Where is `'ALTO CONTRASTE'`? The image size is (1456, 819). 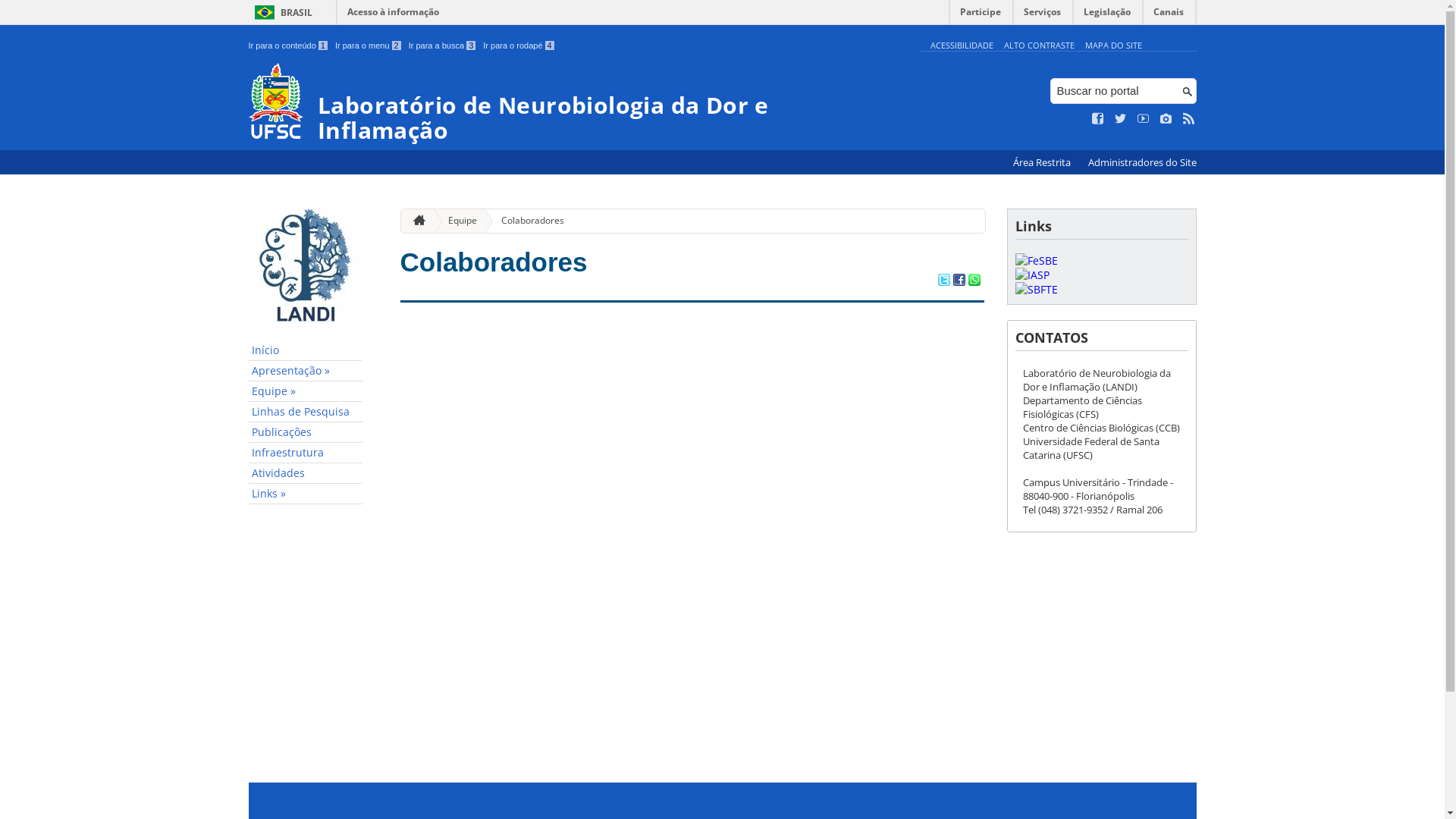 'ALTO CONTRASTE' is located at coordinates (1038, 44).